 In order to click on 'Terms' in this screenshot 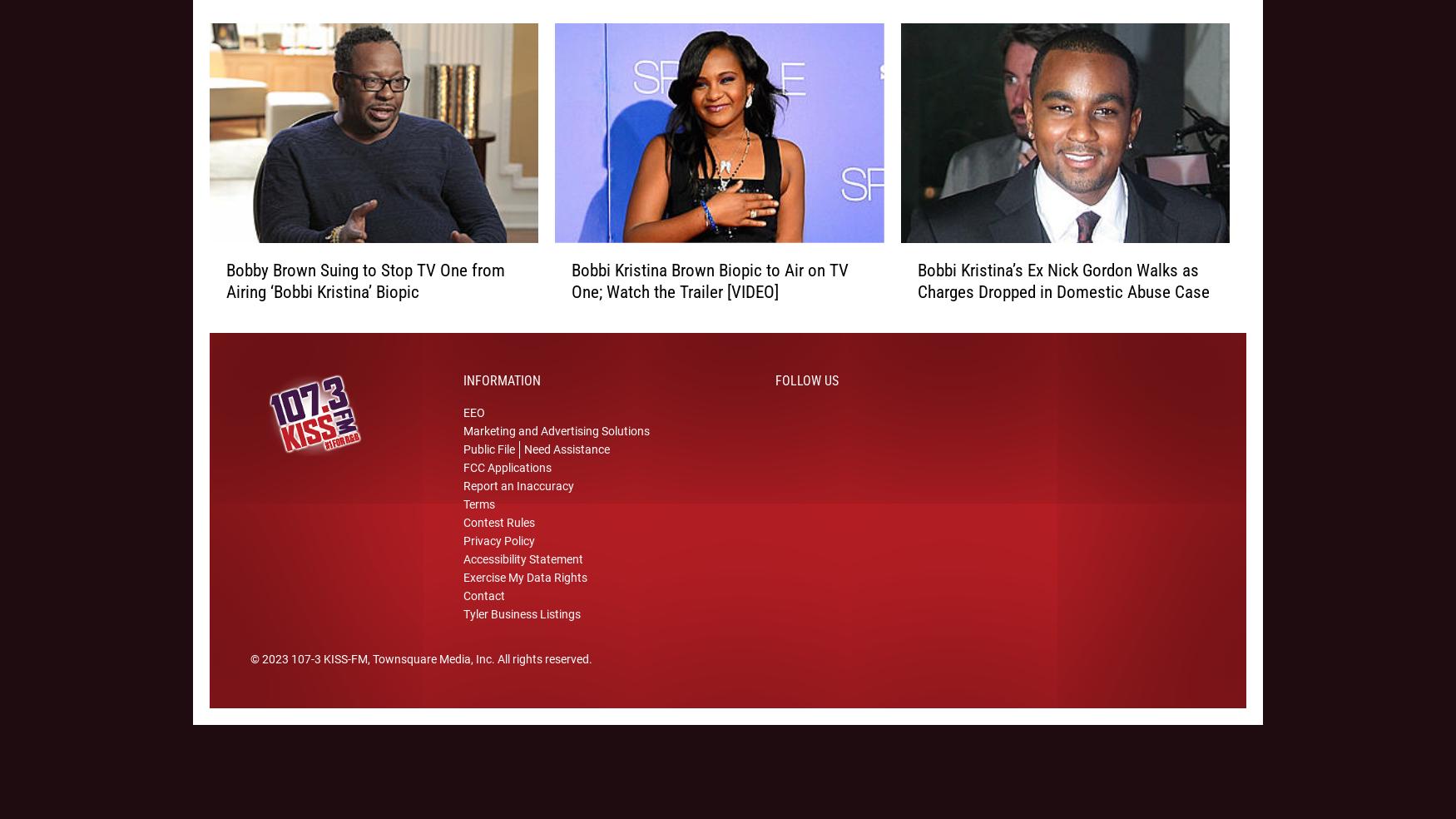, I will do `click(478, 526)`.